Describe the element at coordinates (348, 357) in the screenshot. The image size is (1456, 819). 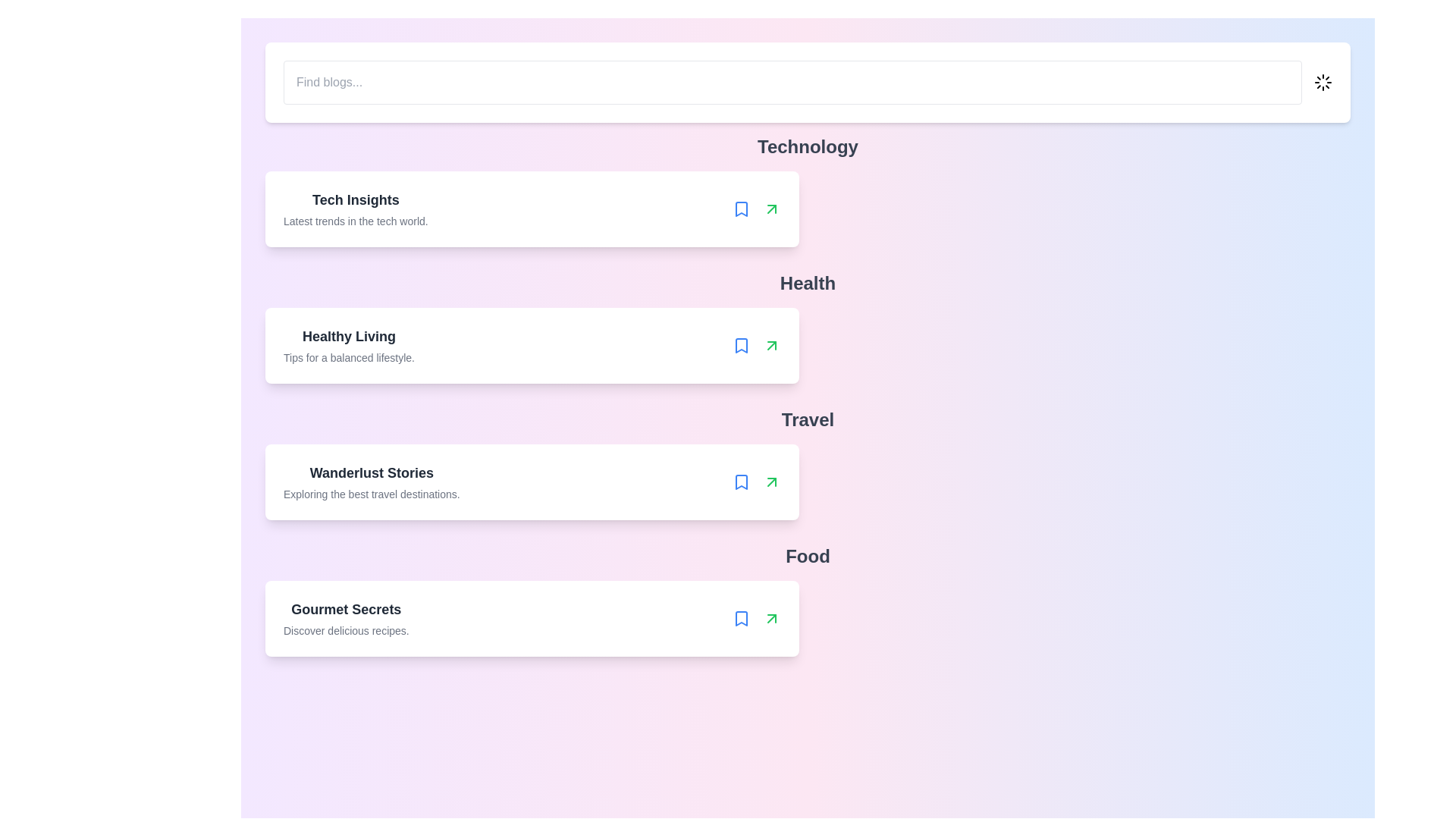
I see `the static text label providing additional descriptive information about the 'Healthy Living' section, which is located under the 'Healthy Living' text within the 'Health' category` at that location.